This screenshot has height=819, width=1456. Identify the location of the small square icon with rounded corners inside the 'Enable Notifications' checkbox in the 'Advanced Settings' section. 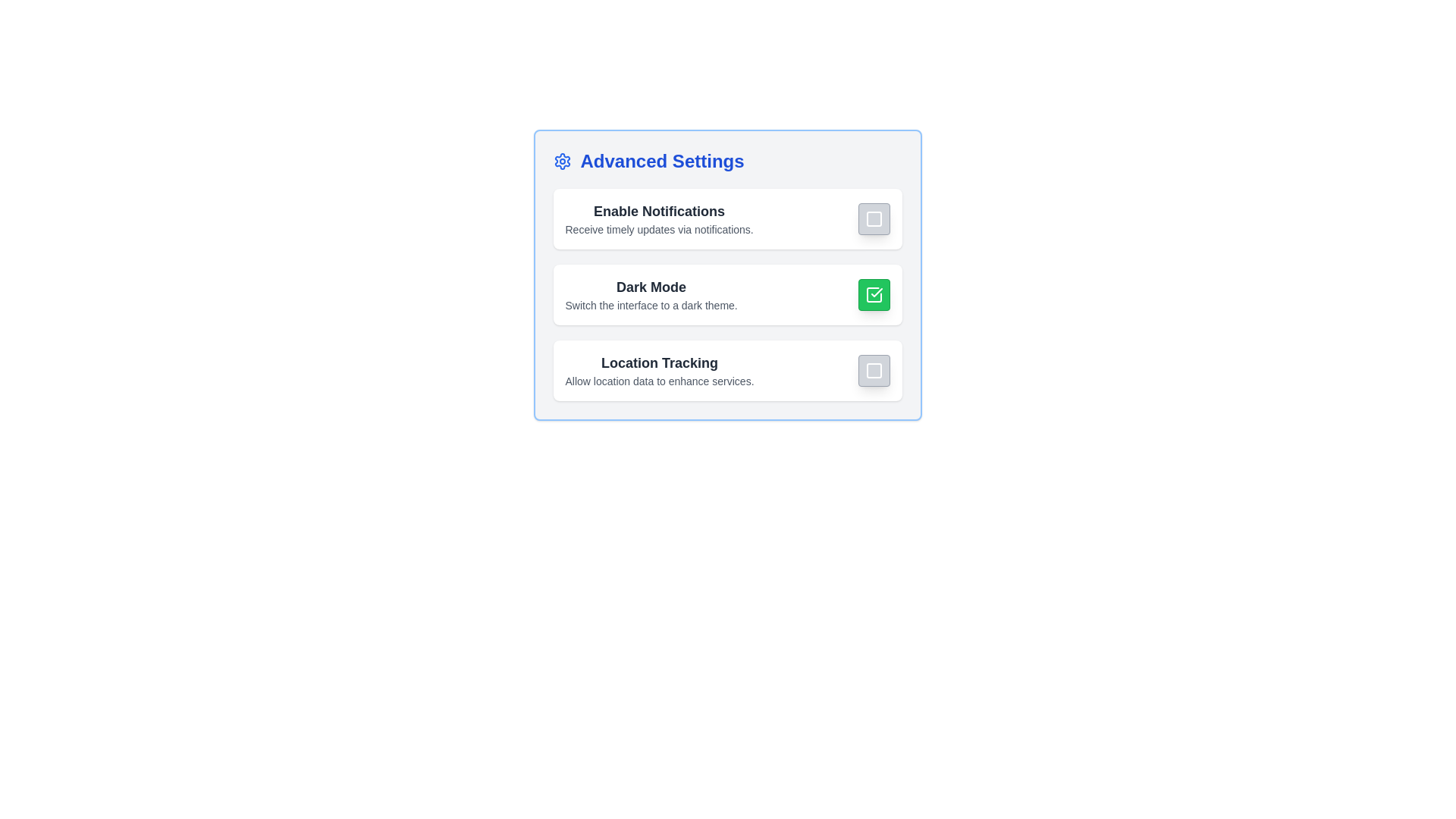
(874, 219).